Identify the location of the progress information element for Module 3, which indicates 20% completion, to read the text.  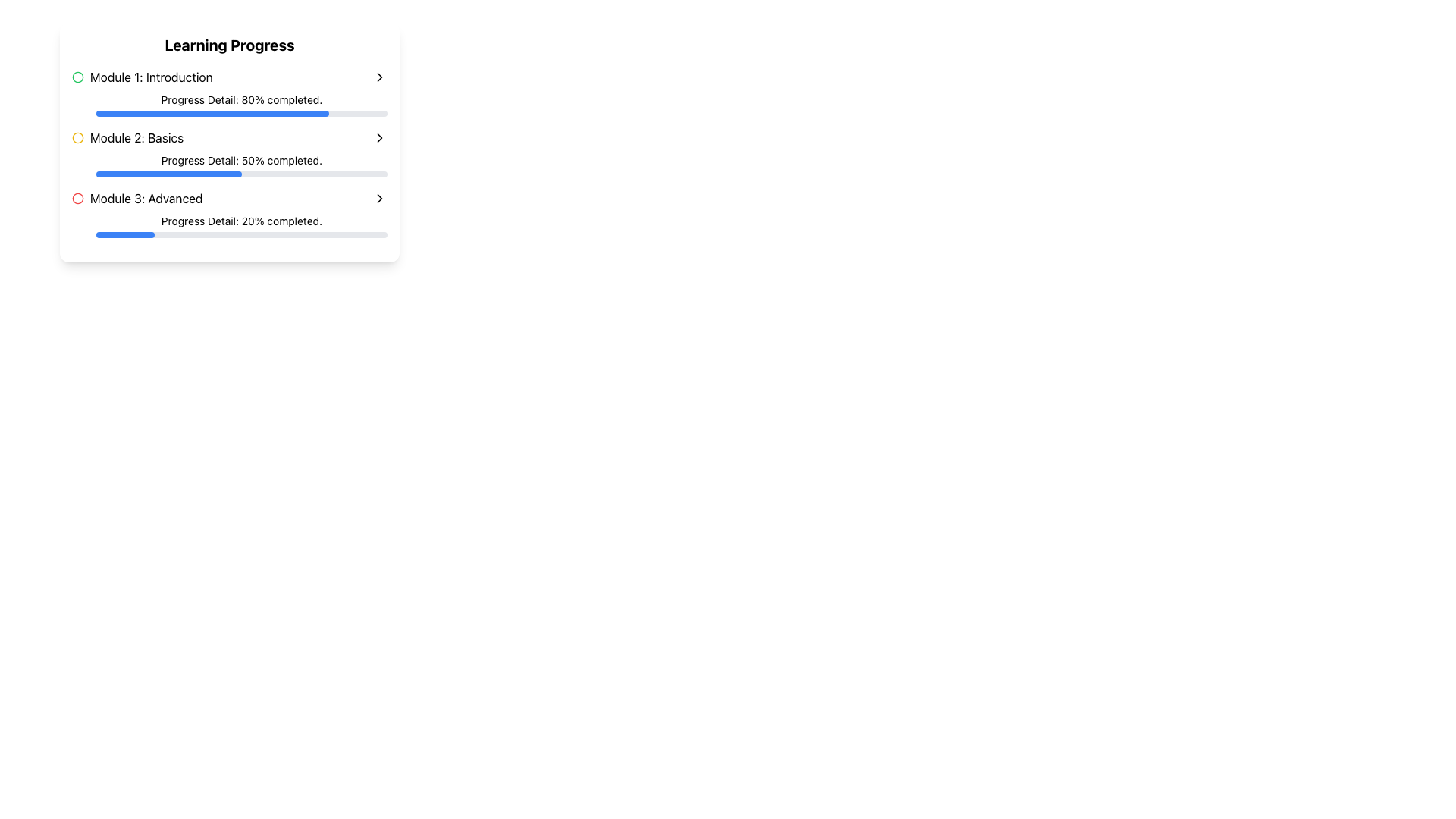
(228, 225).